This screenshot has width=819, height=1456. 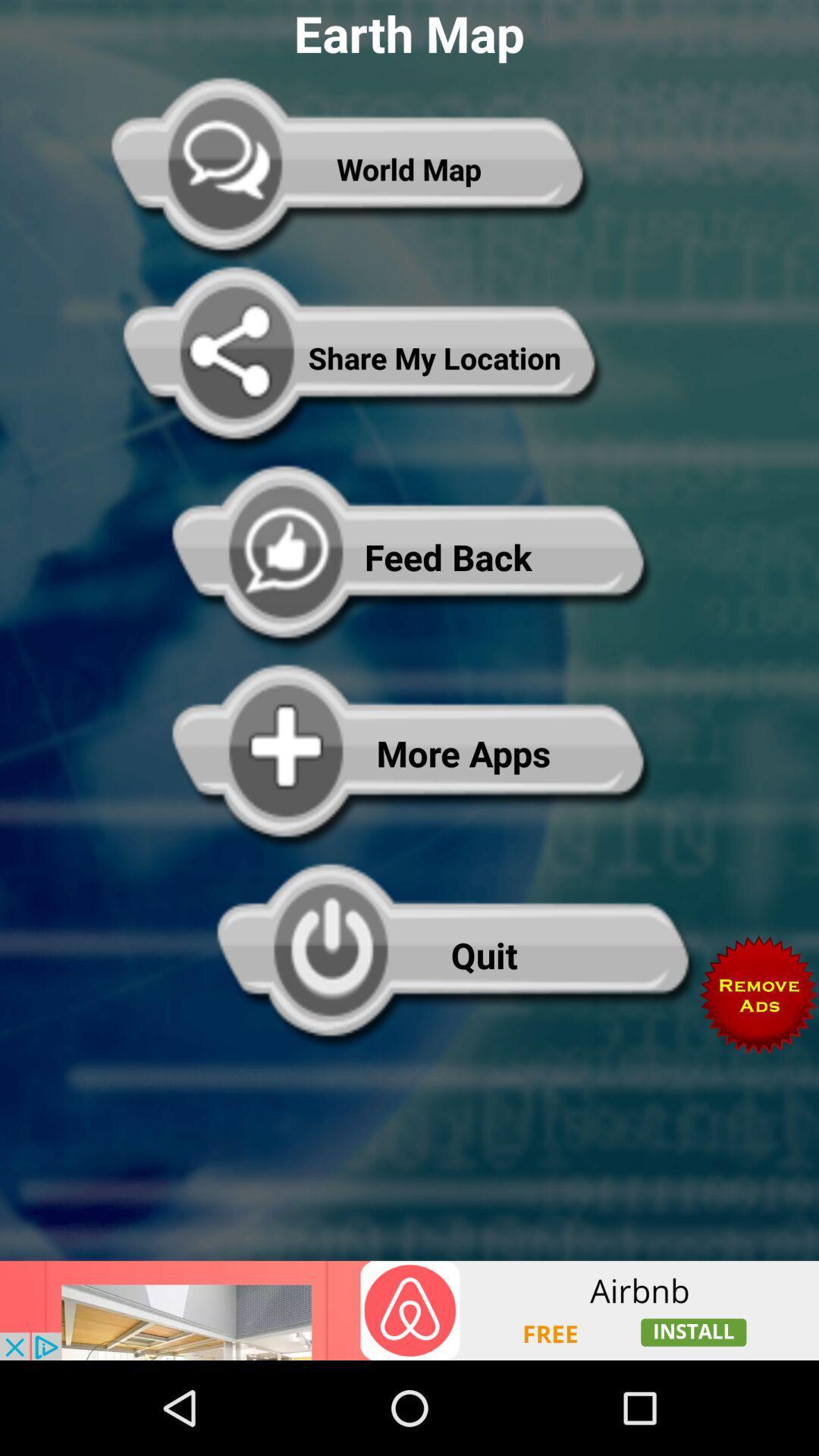 I want to click on advertising partner, so click(x=409, y=1310).